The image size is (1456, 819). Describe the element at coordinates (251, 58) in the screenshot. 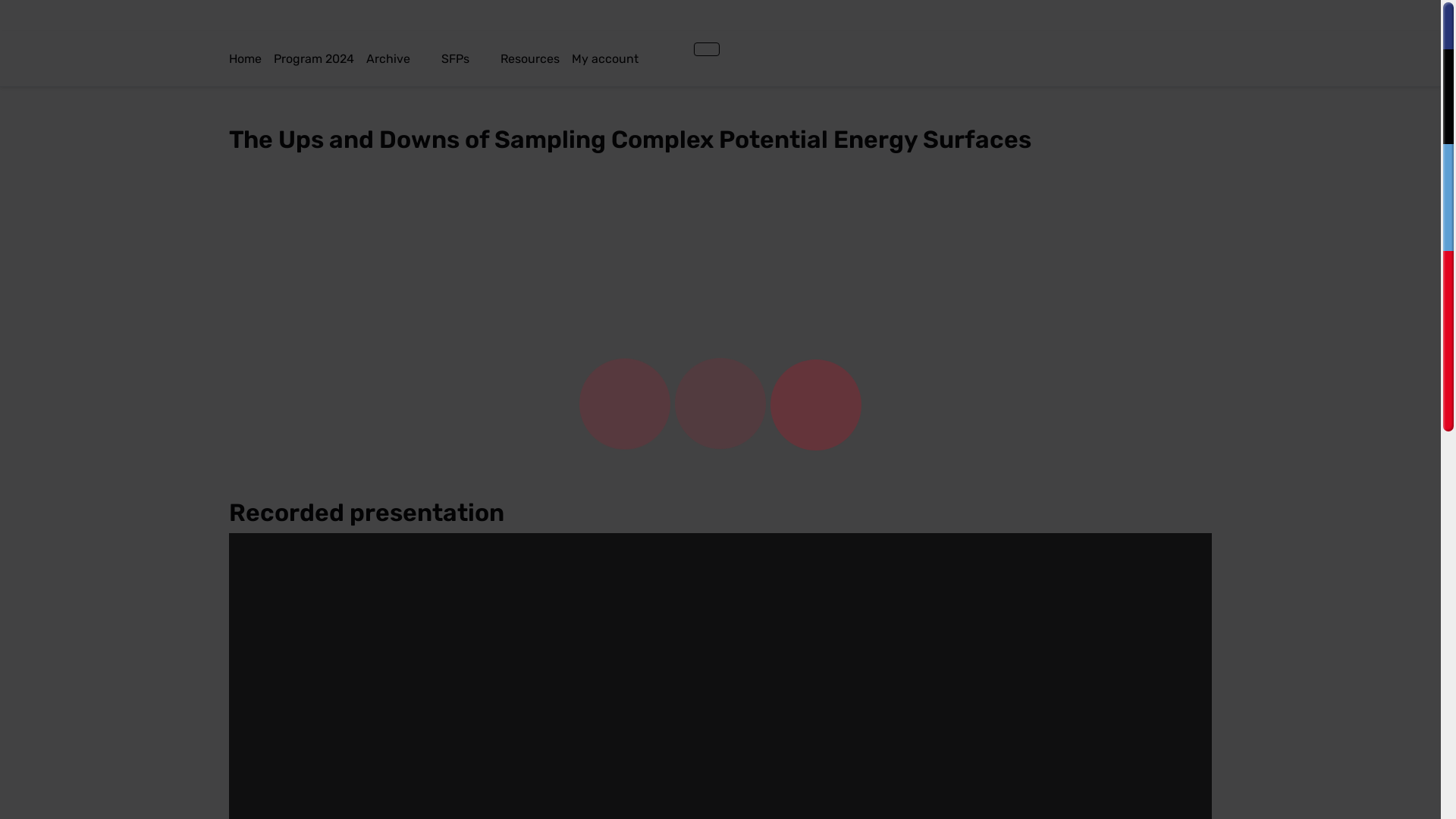

I see `'Home'` at that location.